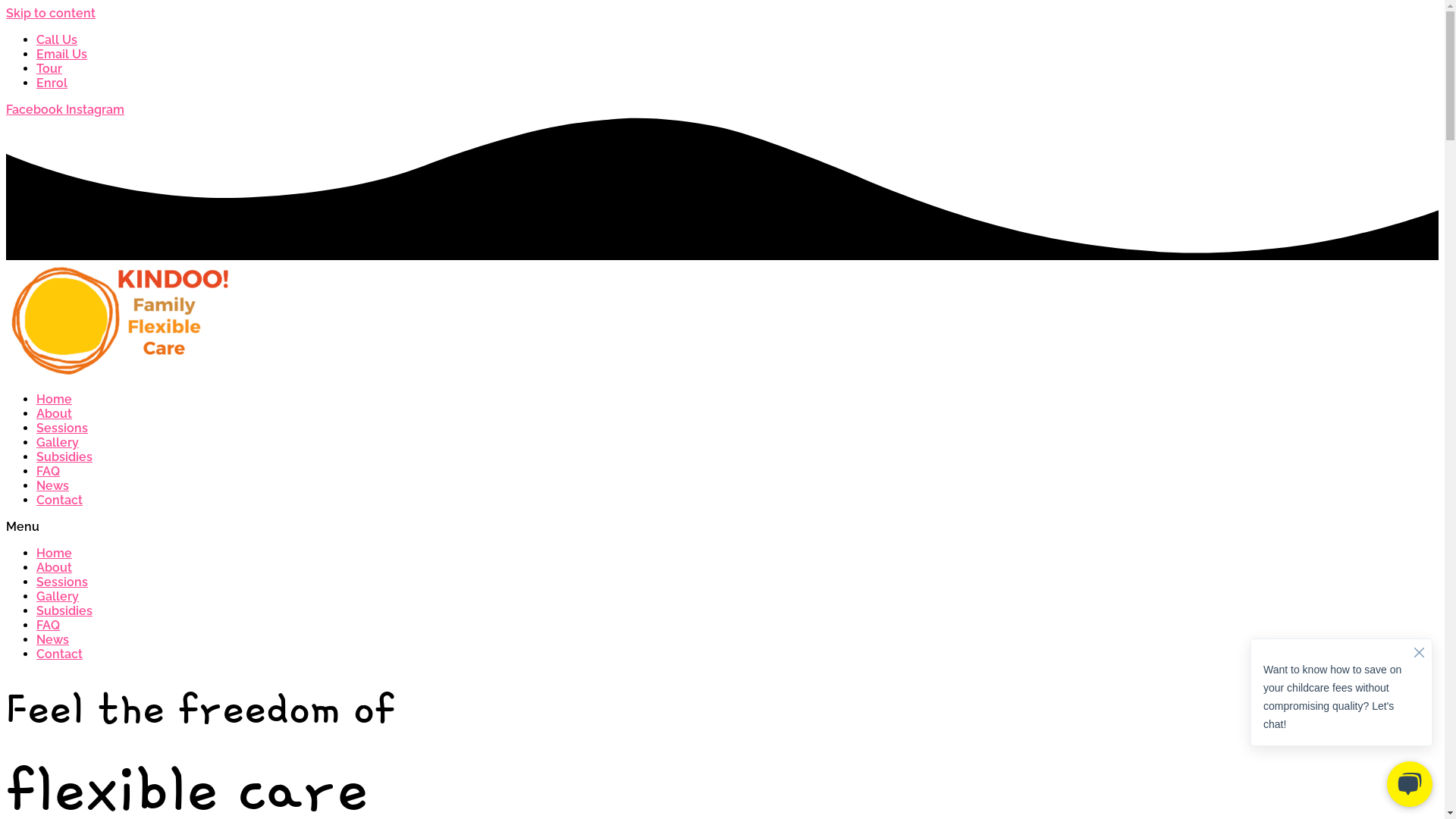 This screenshot has height=819, width=1456. What do you see at coordinates (36, 108) in the screenshot?
I see `'Facebook'` at bounding box center [36, 108].